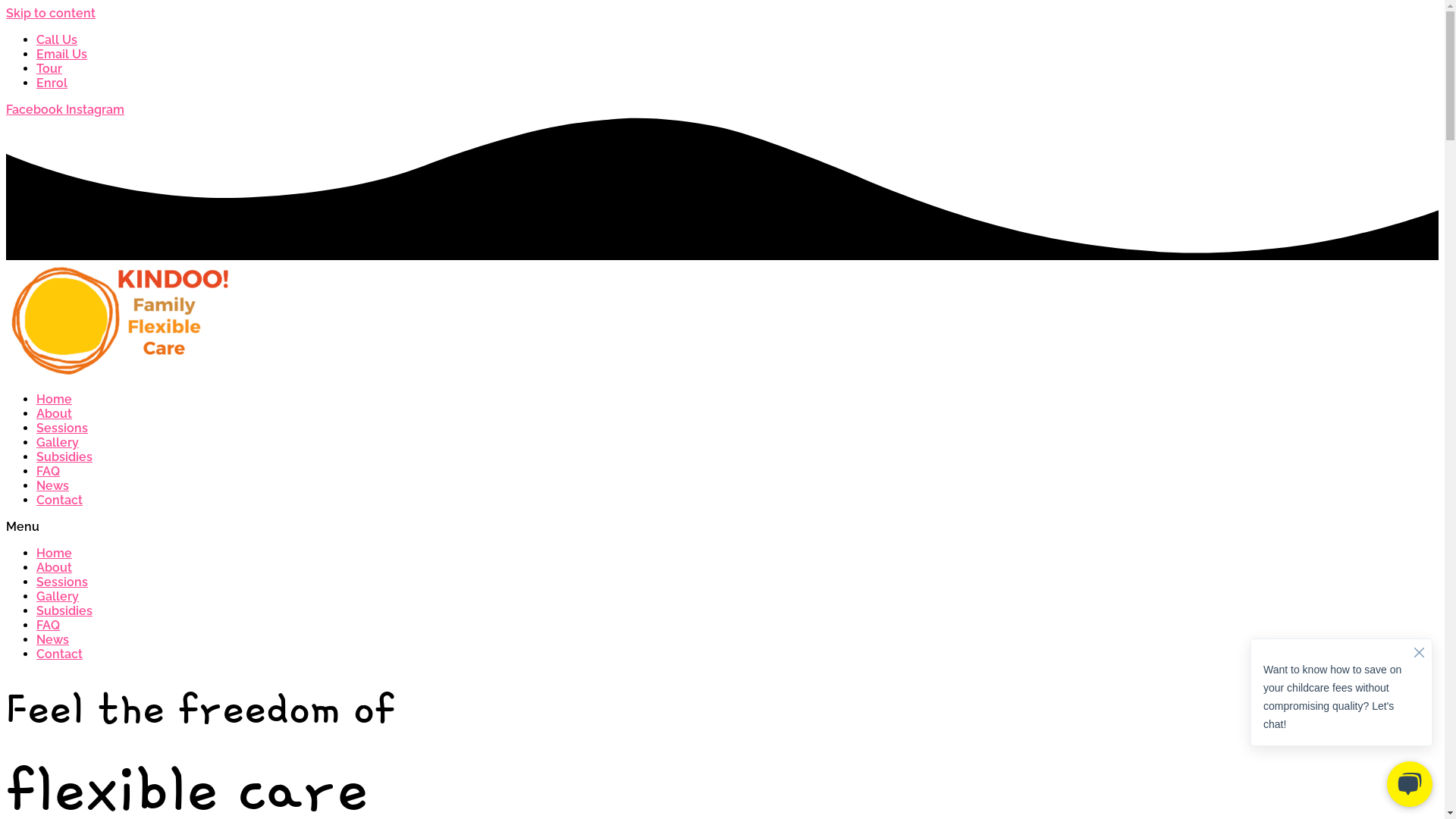 This screenshot has height=819, width=1456. What do you see at coordinates (36, 108) in the screenshot?
I see `'Facebook'` at bounding box center [36, 108].